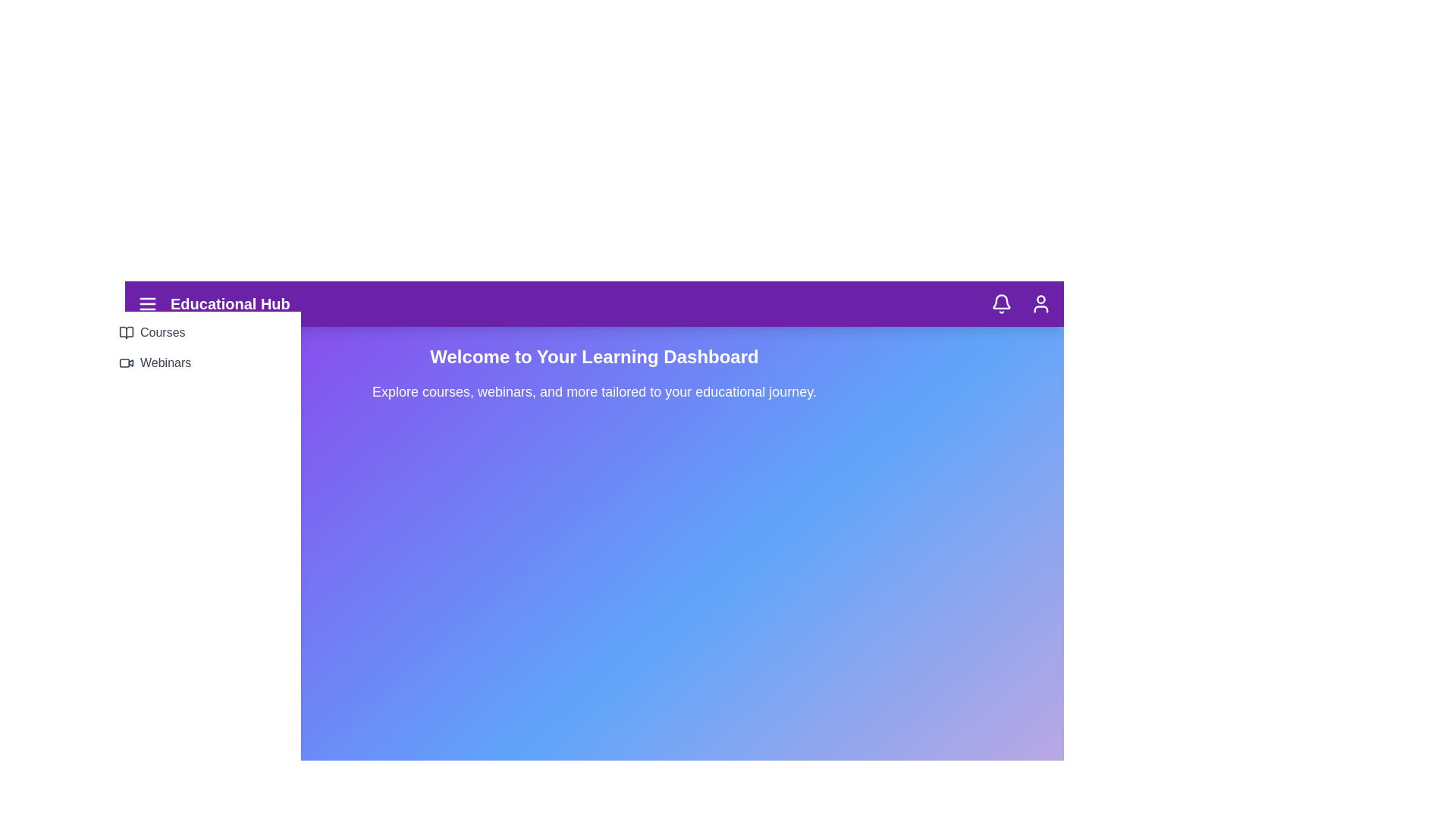 The height and width of the screenshot is (819, 1456). Describe the element at coordinates (1001, 304) in the screenshot. I see `the notification icon to view notifications` at that location.